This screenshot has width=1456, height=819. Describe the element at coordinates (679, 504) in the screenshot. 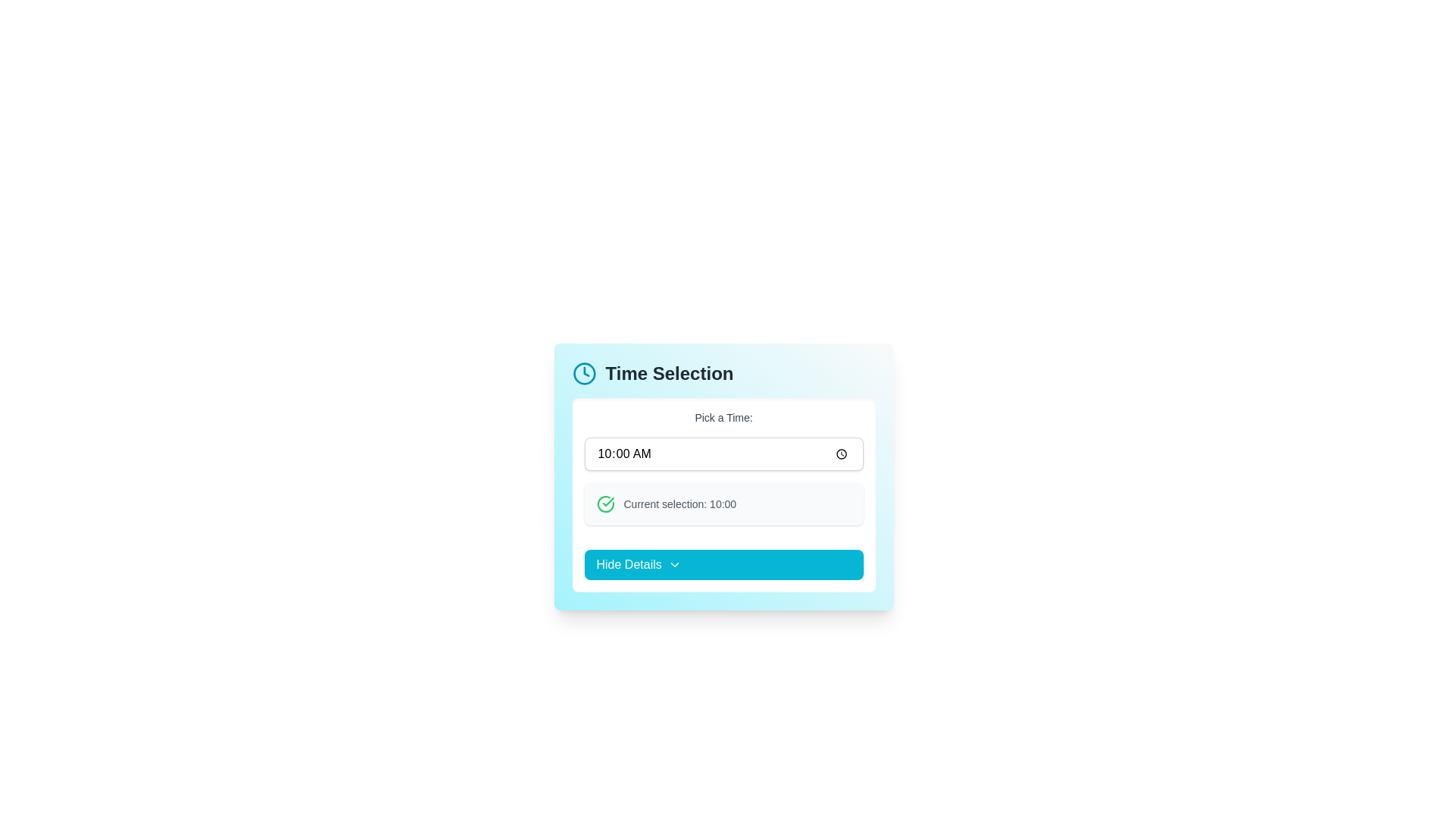

I see `the read-only text label that displays the current time selection in the time selector interface` at that location.